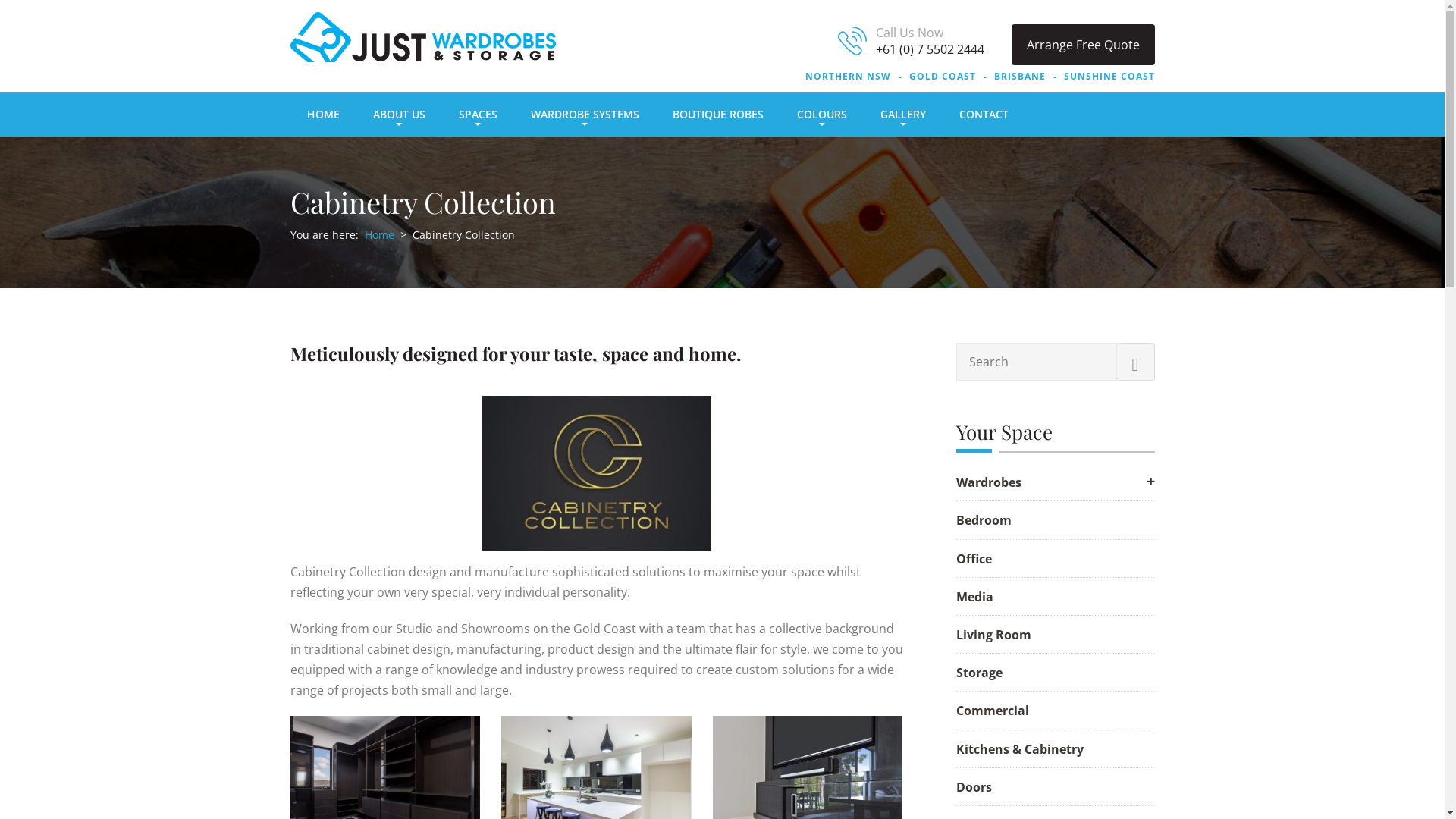  Describe the element at coordinates (655, 113) in the screenshot. I see `'BOUTIQUE ROBES'` at that location.